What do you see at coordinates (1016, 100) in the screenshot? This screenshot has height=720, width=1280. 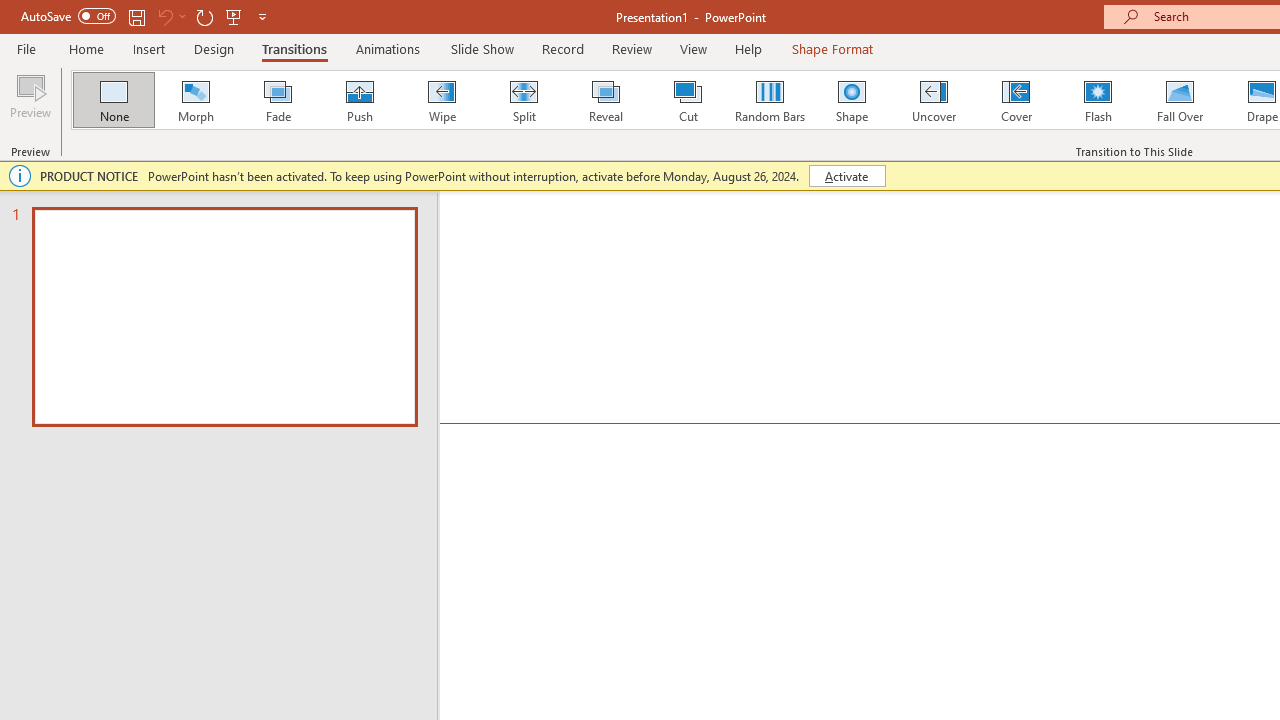 I see `'Cover'` at bounding box center [1016, 100].